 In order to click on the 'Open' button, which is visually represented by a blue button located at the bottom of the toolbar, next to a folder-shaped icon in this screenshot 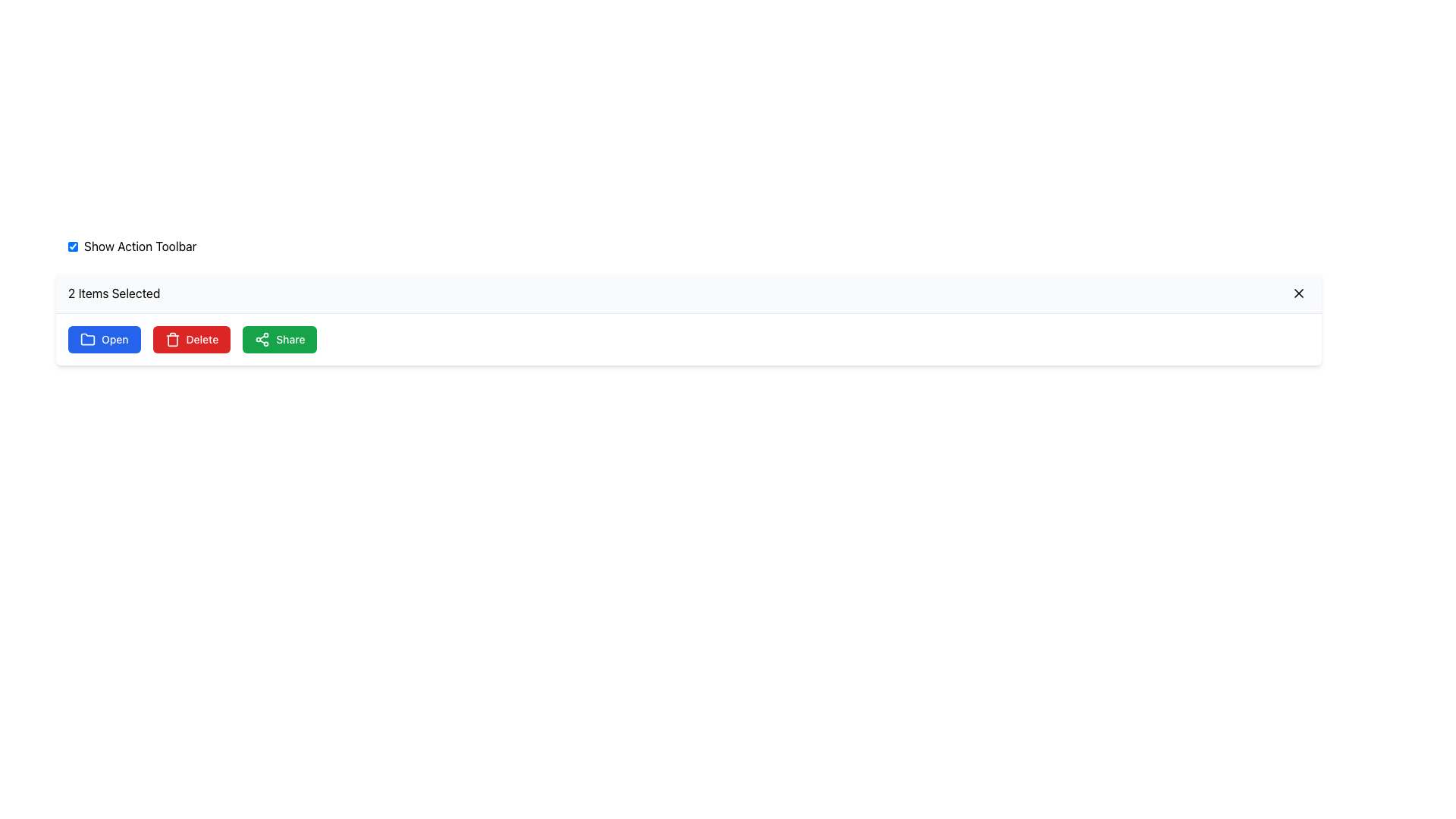, I will do `click(86, 338)`.